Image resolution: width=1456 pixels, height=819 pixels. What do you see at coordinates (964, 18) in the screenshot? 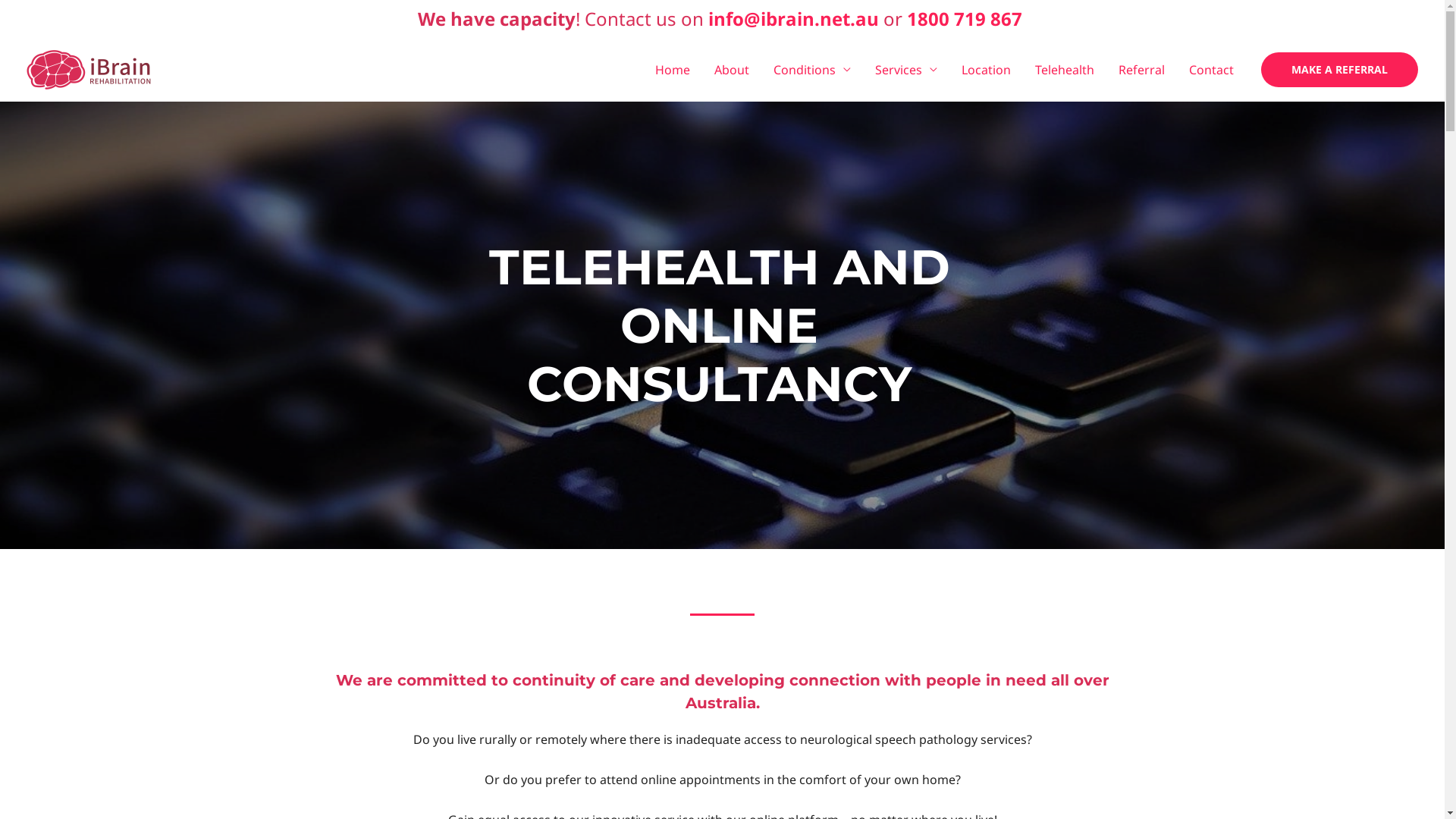
I see `'1800 719 867'` at bounding box center [964, 18].